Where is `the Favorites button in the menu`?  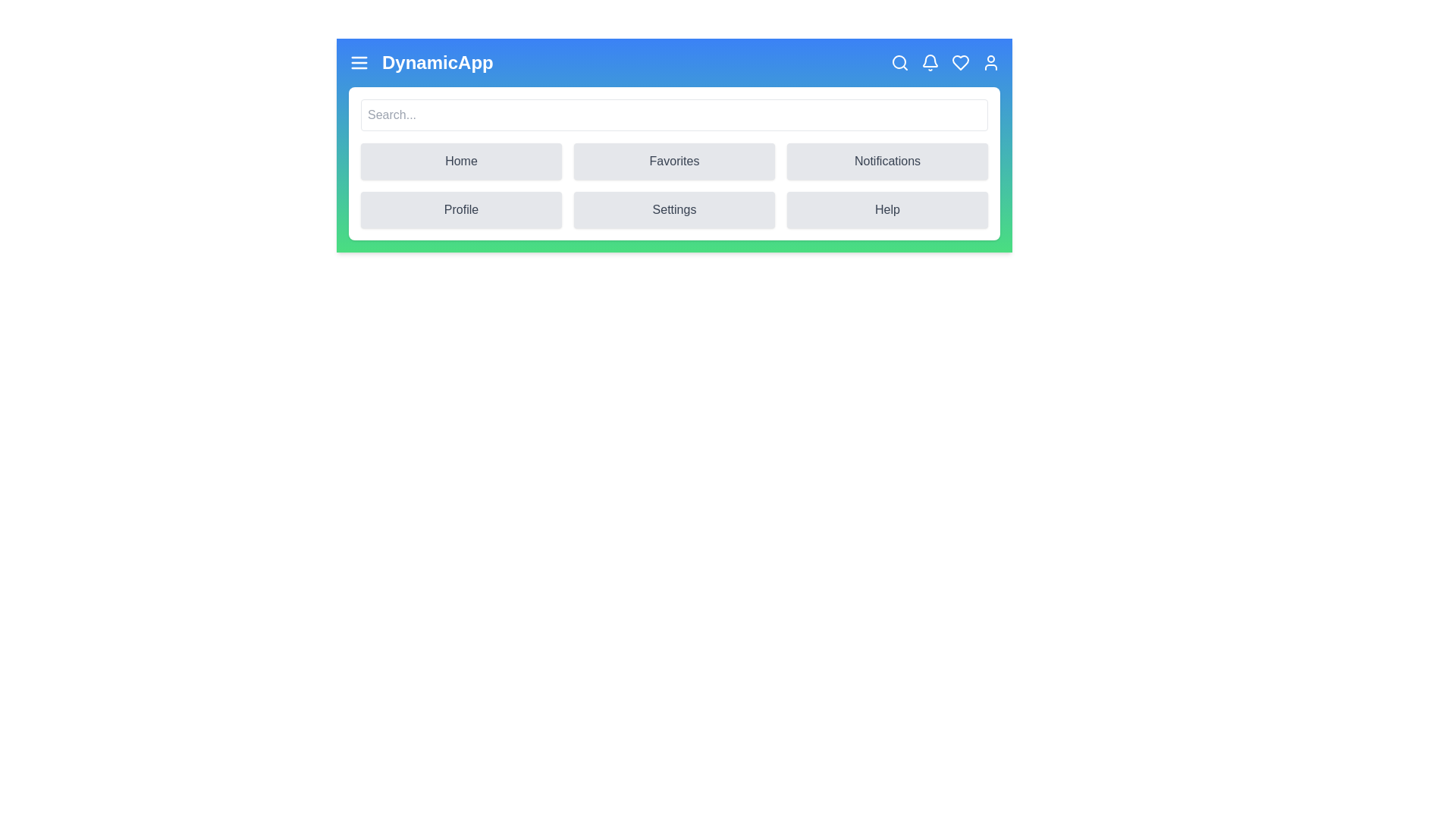 the Favorites button in the menu is located at coordinates (673, 161).